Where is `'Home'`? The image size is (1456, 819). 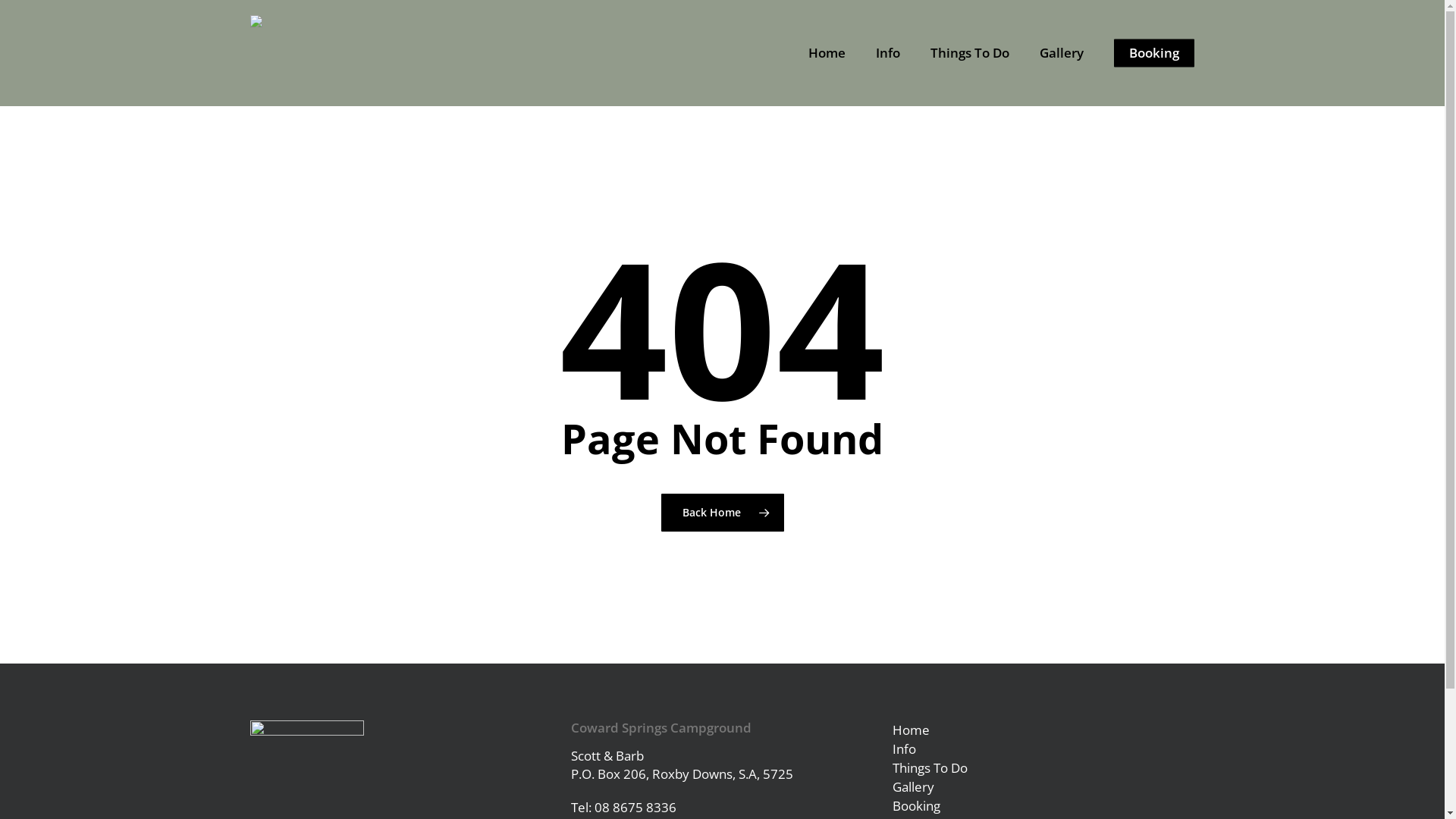
'Home' is located at coordinates (1043, 729).